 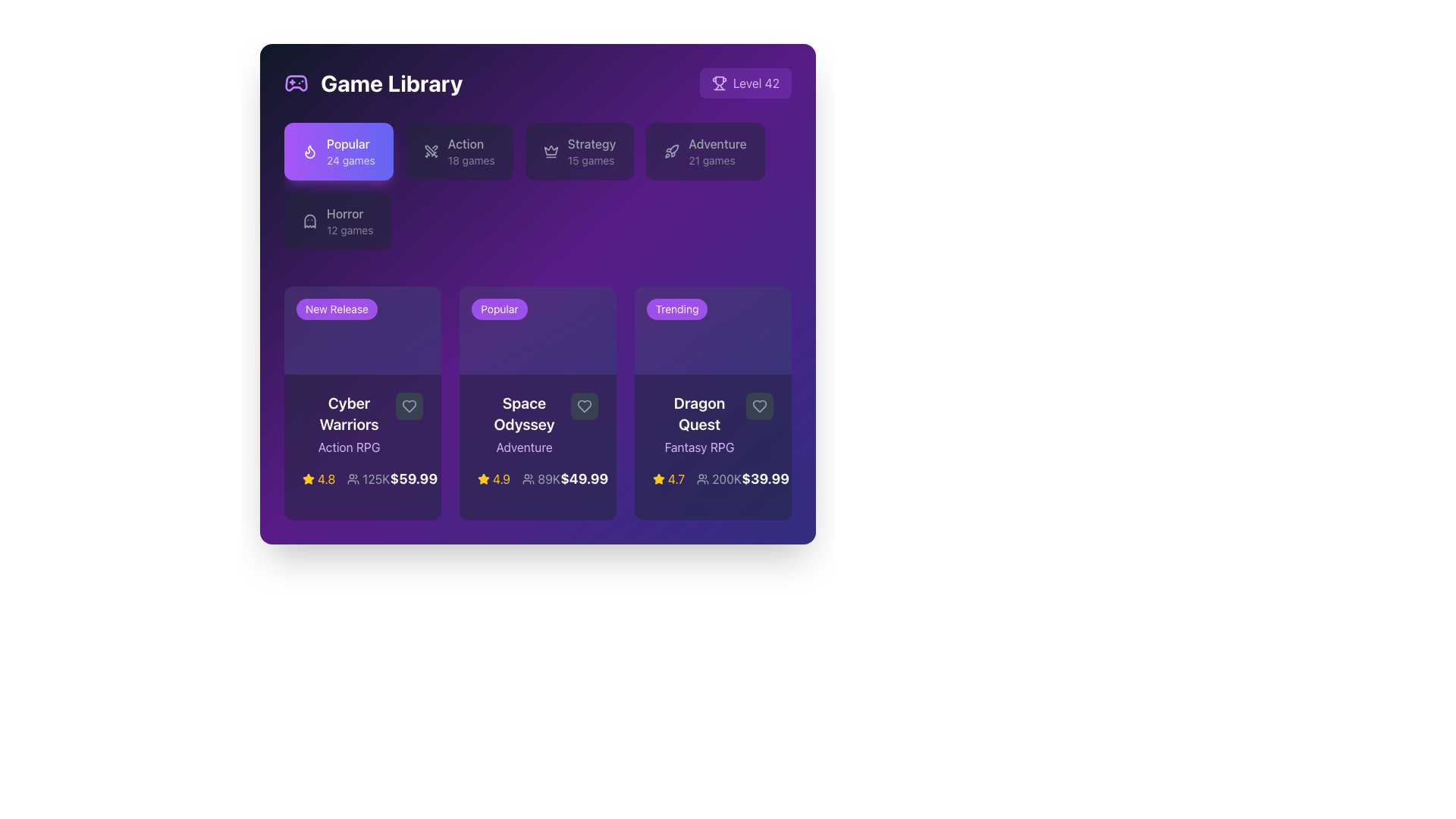 I want to click on text displayed in the Static Text Label that shows '15 games', which is positioned below the 'Strategy' label within a card-like UI element, so click(x=591, y=161).